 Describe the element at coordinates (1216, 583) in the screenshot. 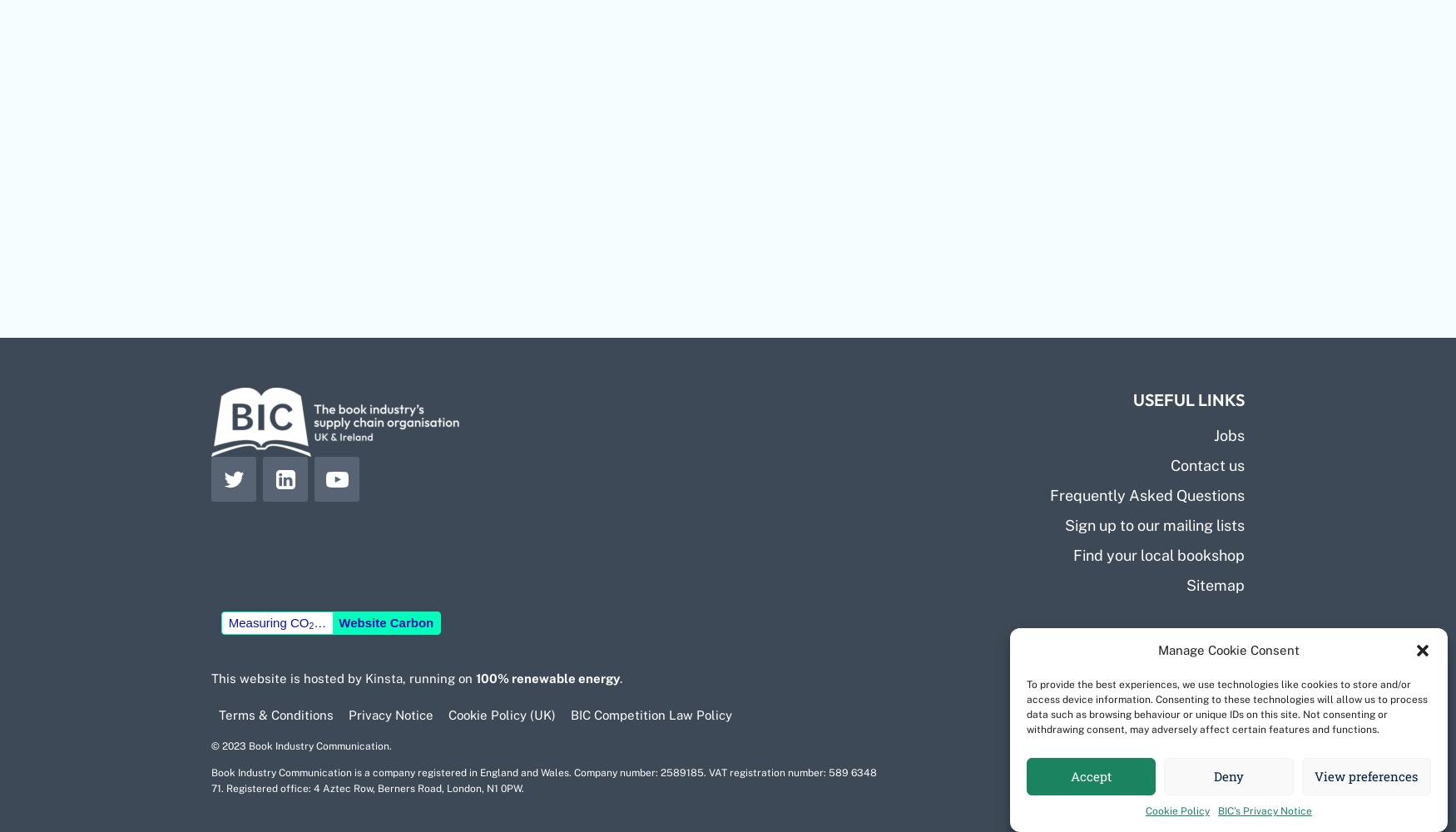

I see `'Sitemap'` at that location.